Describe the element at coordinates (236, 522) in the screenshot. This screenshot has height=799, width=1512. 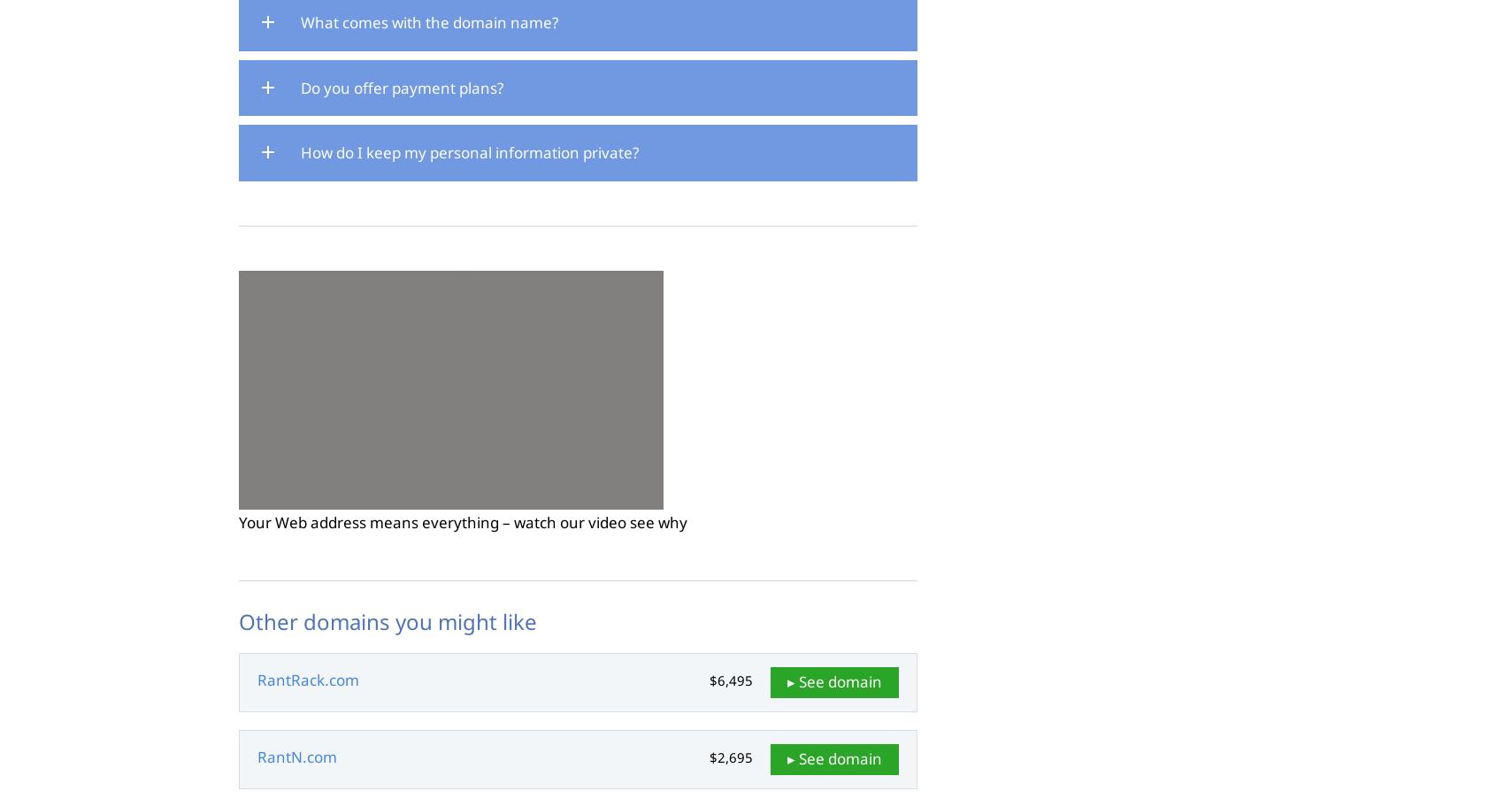
I see `'Your Web address means everything – watch our video see why'` at that location.